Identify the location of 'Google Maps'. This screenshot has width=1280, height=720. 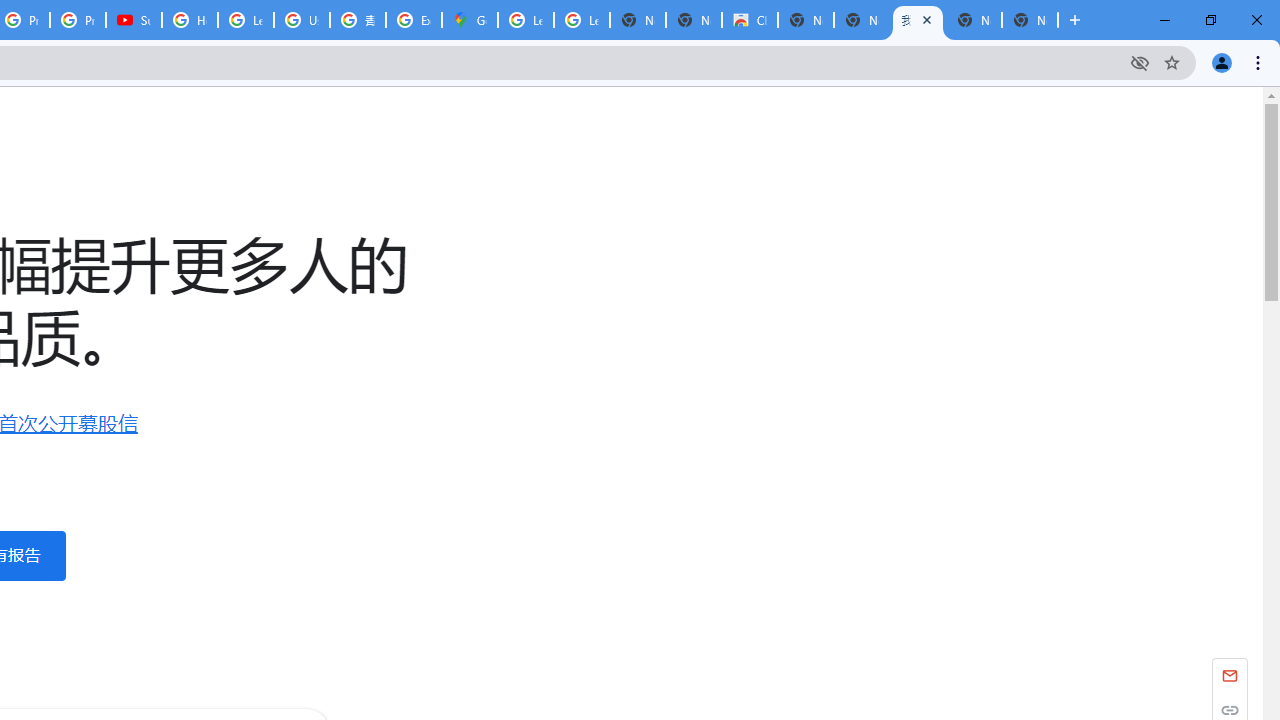
(468, 20).